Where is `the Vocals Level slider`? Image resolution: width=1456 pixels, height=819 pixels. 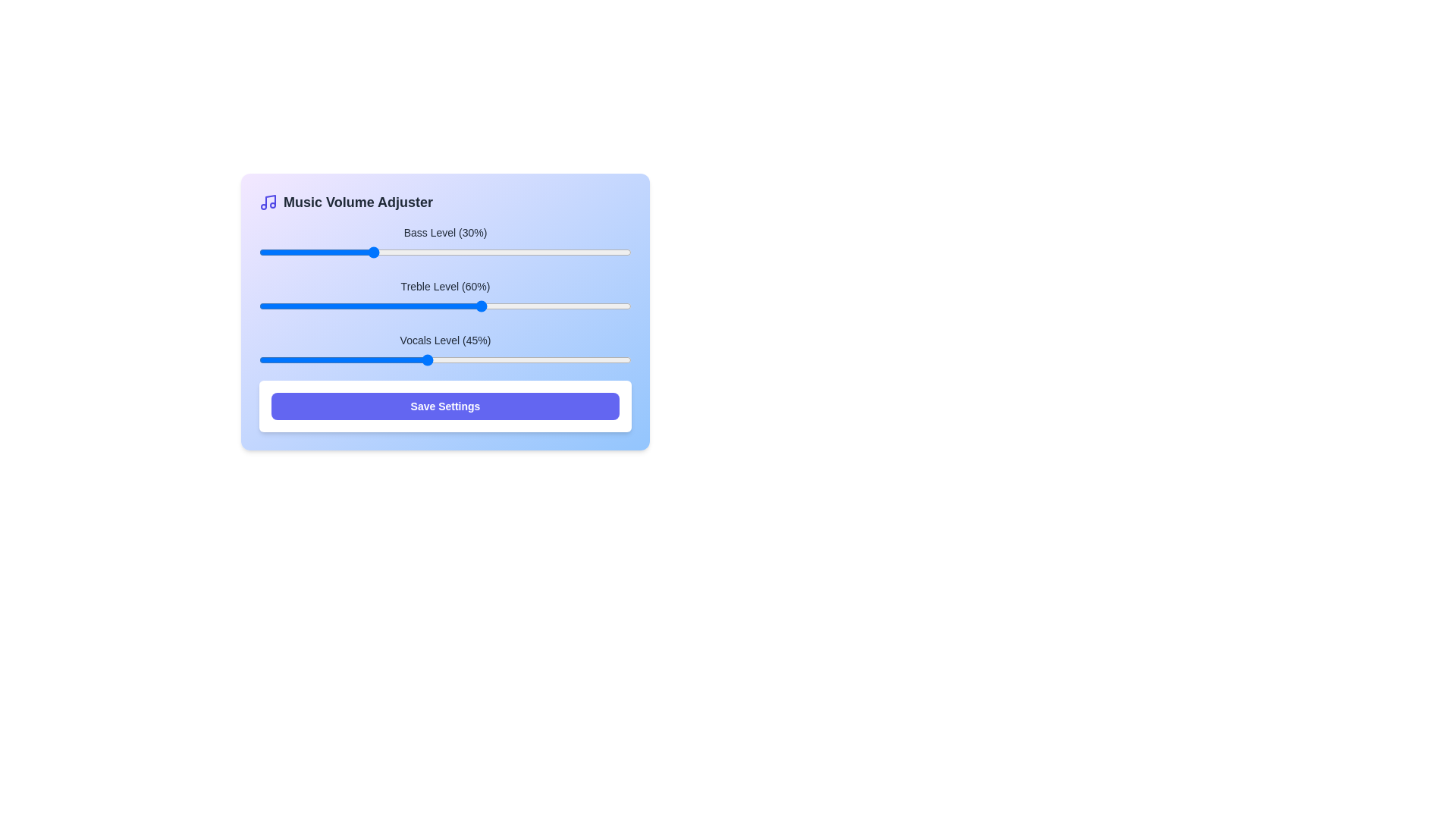
the Vocals Level slider is located at coordinates (416, 359).